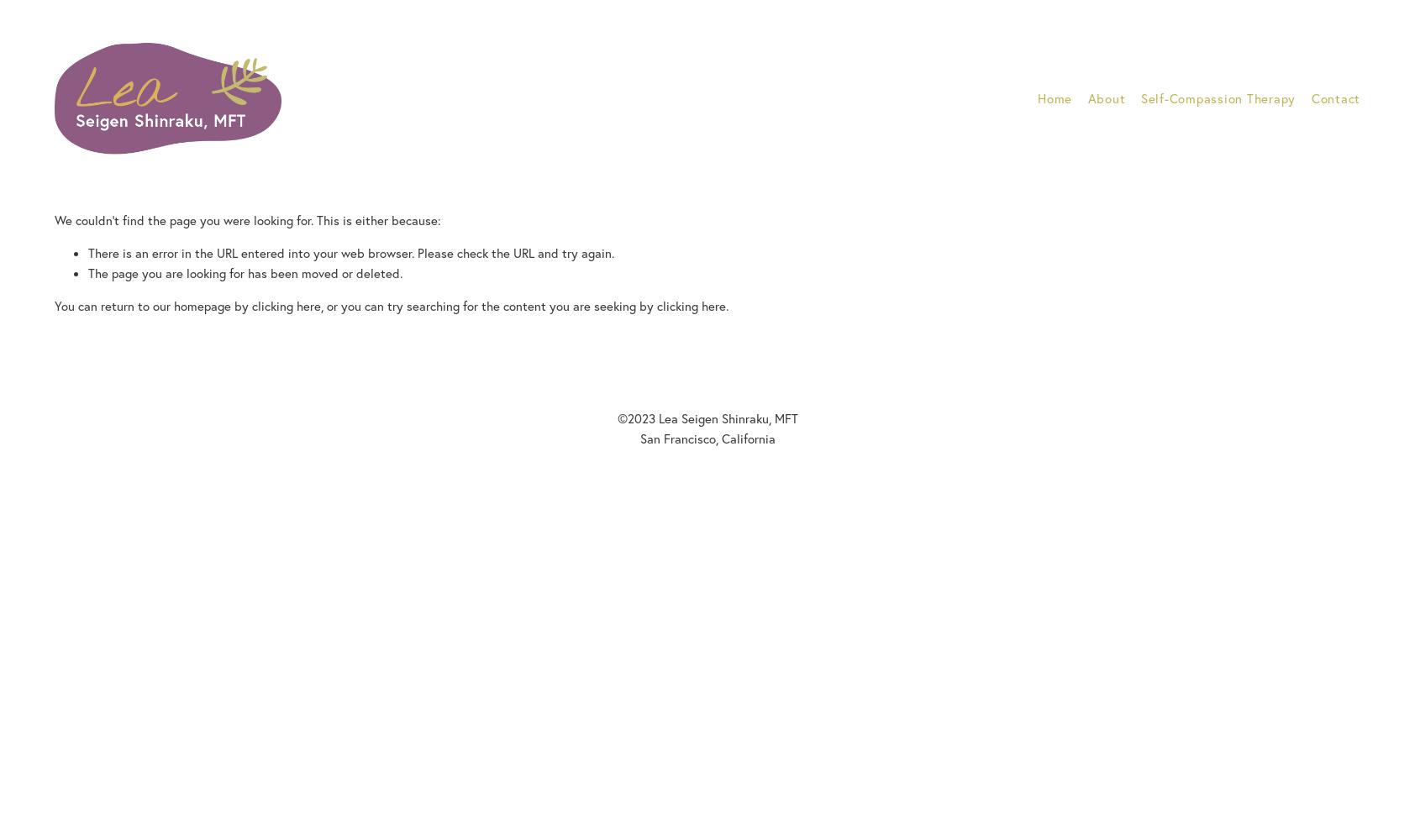  What do you see at coordinates (245, 271) in the screenshot?
I see `'The page you are looking for has been moved or deleted.'` at bounding box center [245, 271].